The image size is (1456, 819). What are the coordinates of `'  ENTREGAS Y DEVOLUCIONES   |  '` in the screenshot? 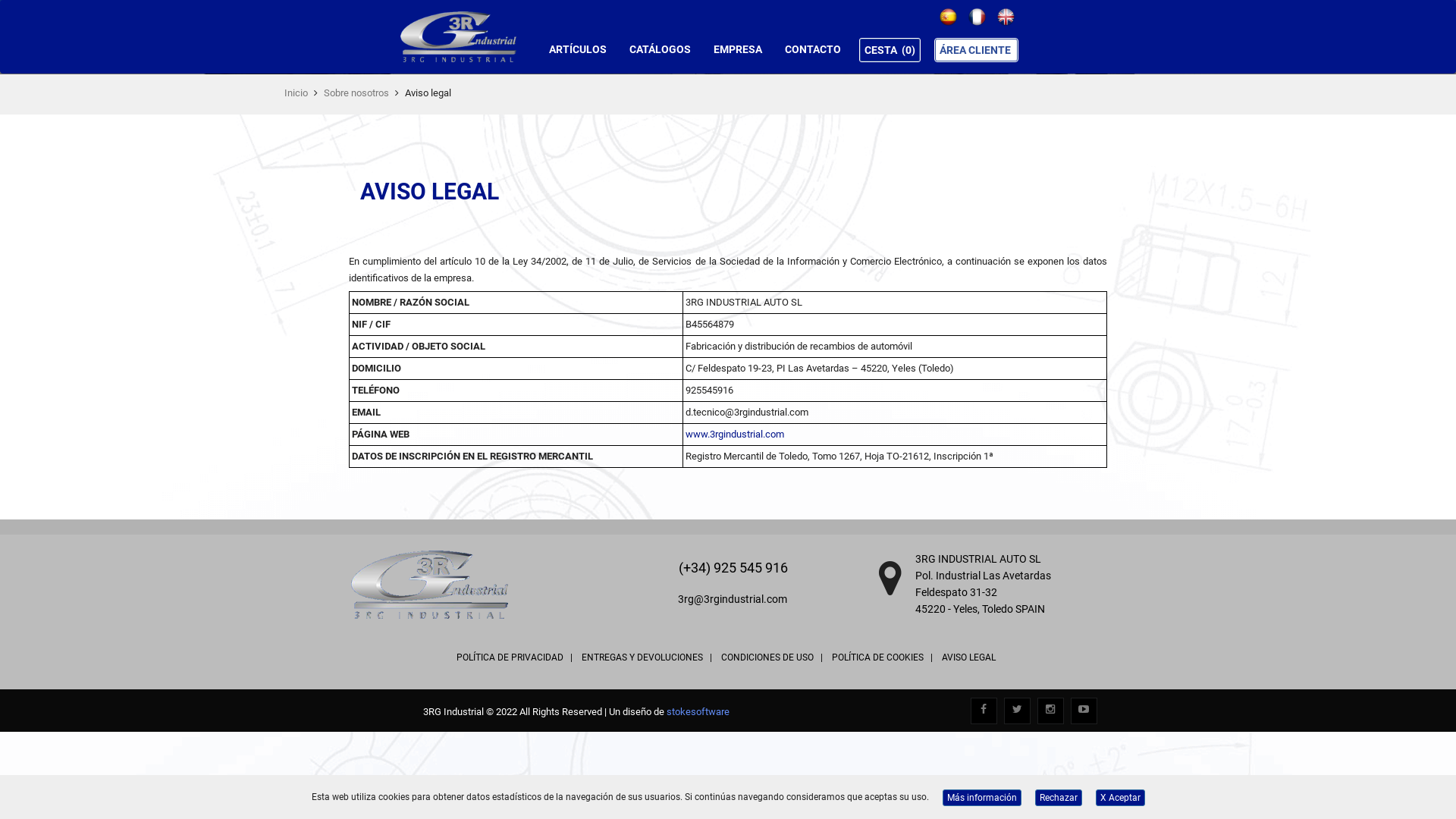 It's located at (645, 657).